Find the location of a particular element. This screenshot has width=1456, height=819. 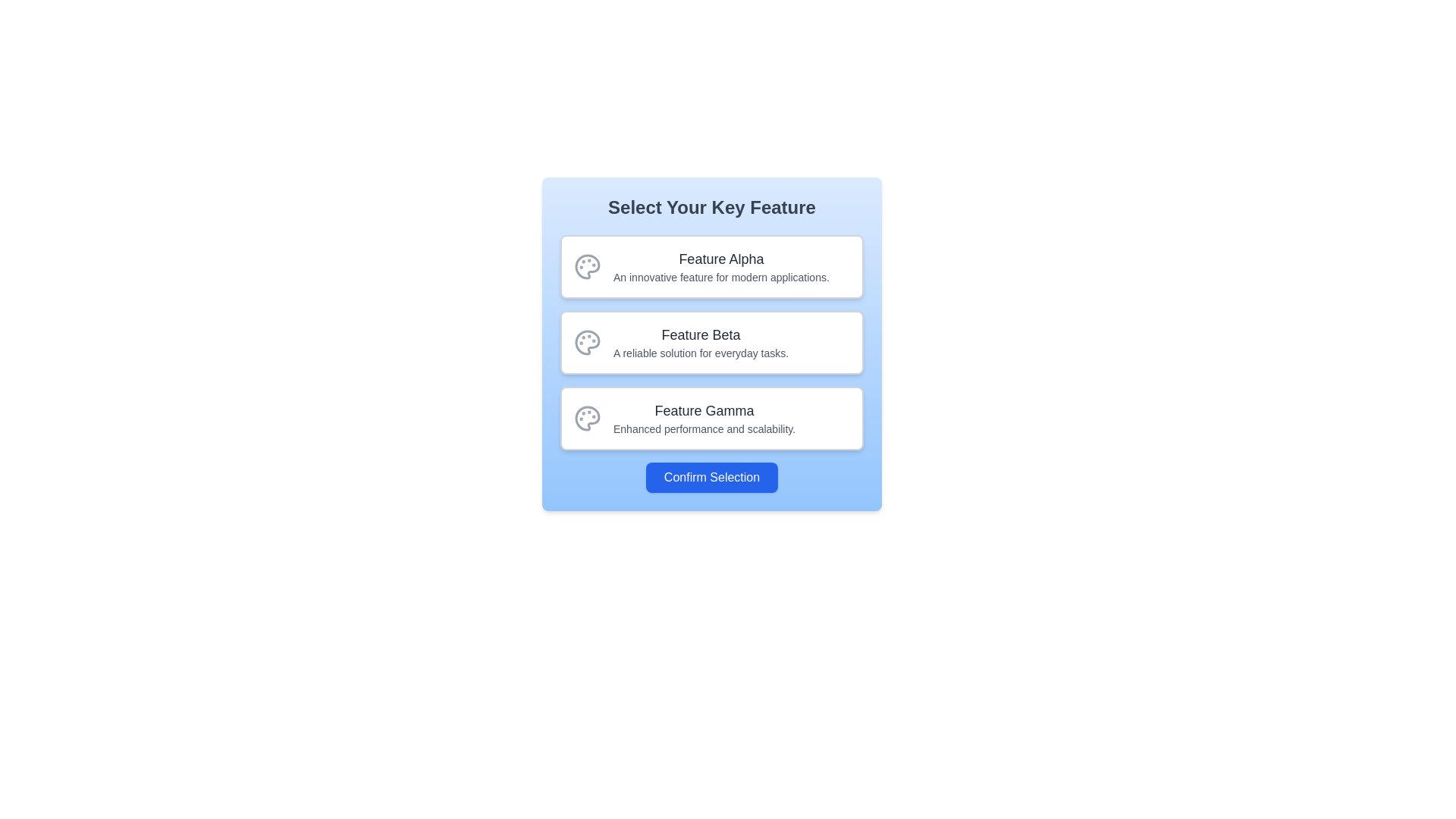

the Icon representing 'Feature Gamma' which is located to the left of the rectangular button labeled 'Feature Gamma' is located at coordinates (586, 418).